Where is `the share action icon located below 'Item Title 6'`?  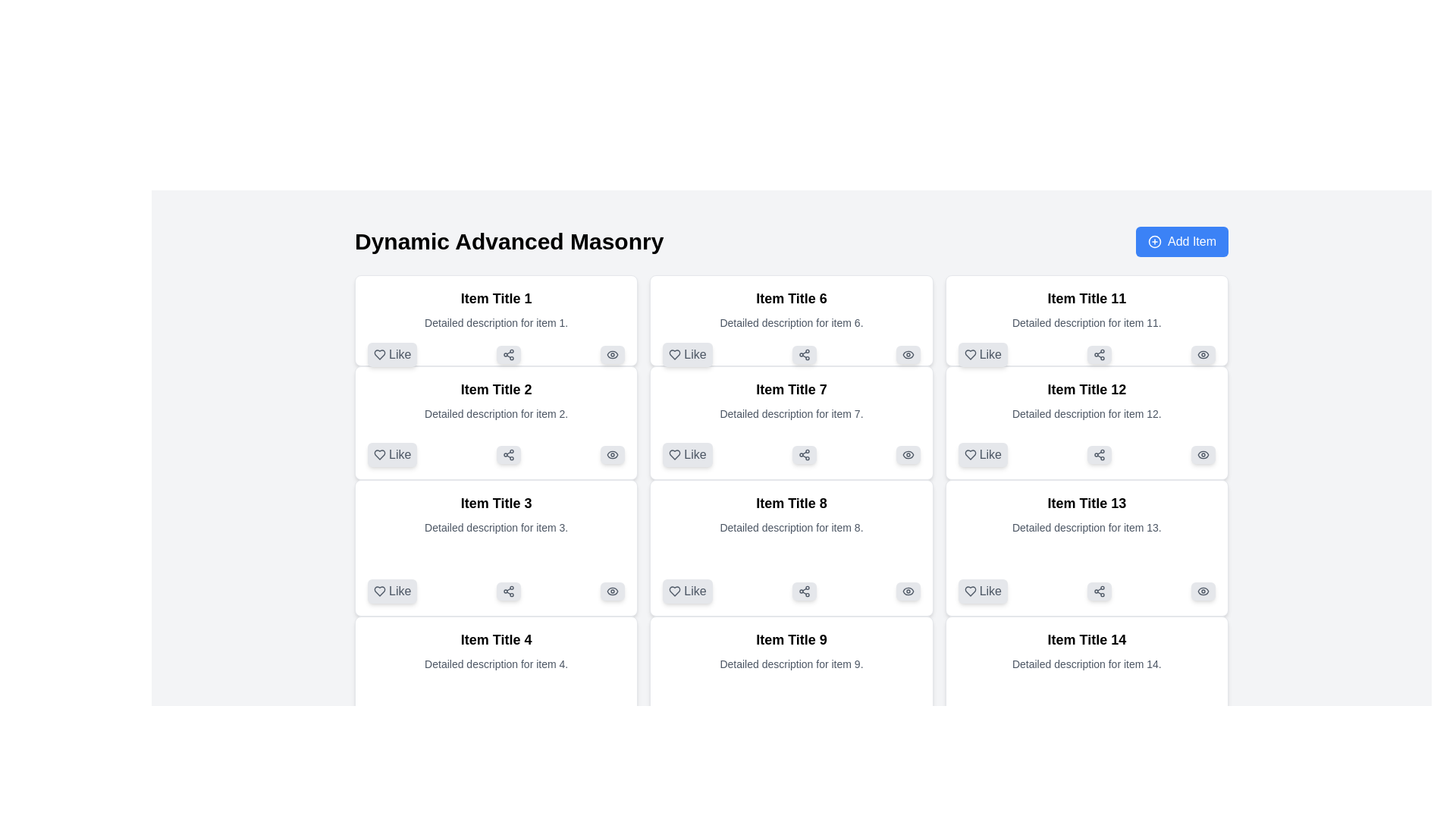 the share action icon located below 'Item Title 6' is located at coordinates (803, 354).